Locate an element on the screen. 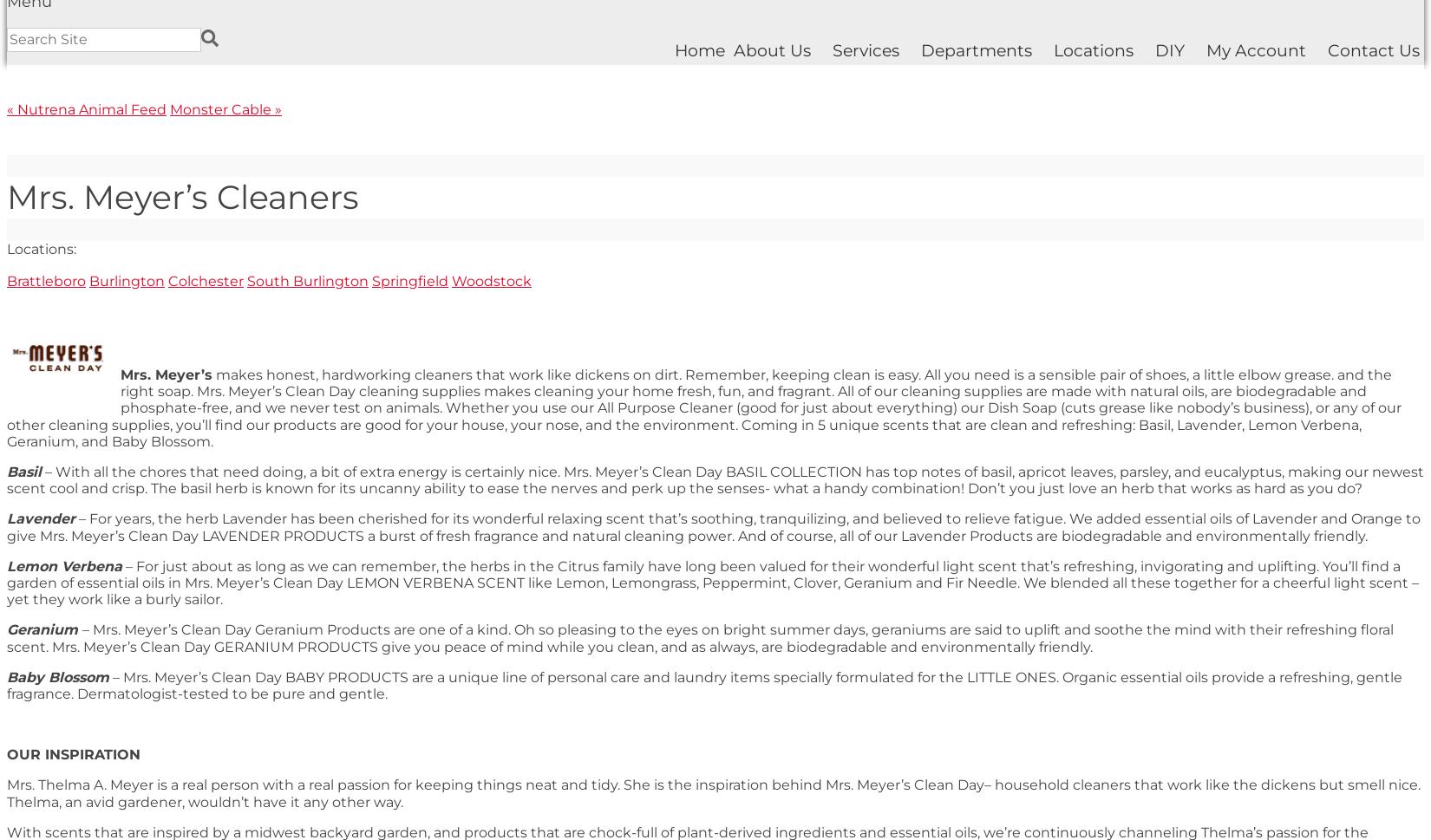  'Our formulas combine plant-based ingredients with leading edge cleaning know-how to provide a enjoyable, positive experience for our consumers. The results of third-party testing show that our products outperform other “green” brands and are on par with, and often superior to, national brands.' is located at coordinates (686, 364).